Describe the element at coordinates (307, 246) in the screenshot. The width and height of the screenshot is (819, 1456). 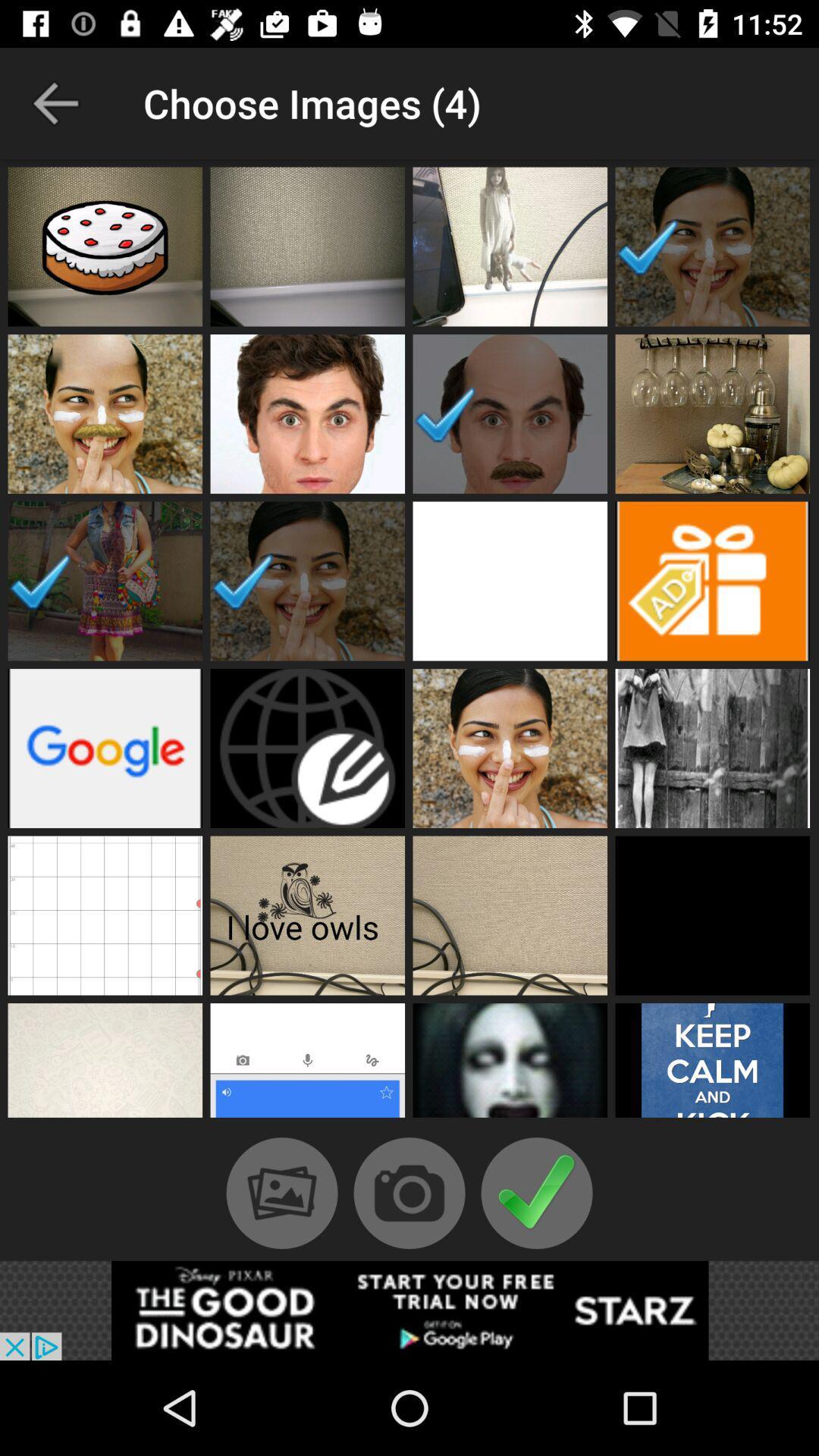
I see `image selection` at that location.